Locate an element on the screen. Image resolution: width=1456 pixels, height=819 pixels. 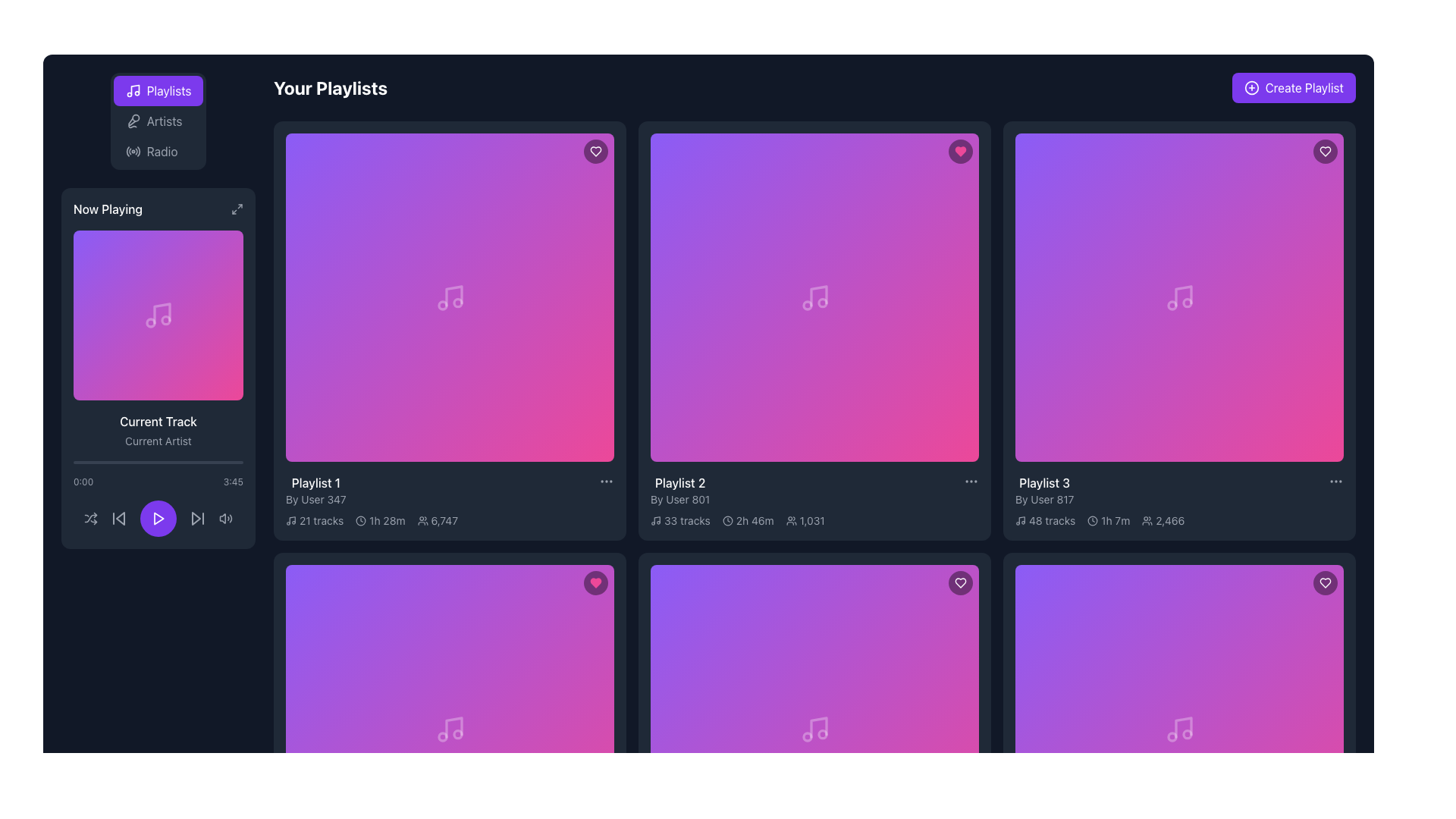
the volume control or mute/unmute toggle button located at the rightmost position of the playback icons below the 'Now Playing' area is located at coordinates (224, 517).